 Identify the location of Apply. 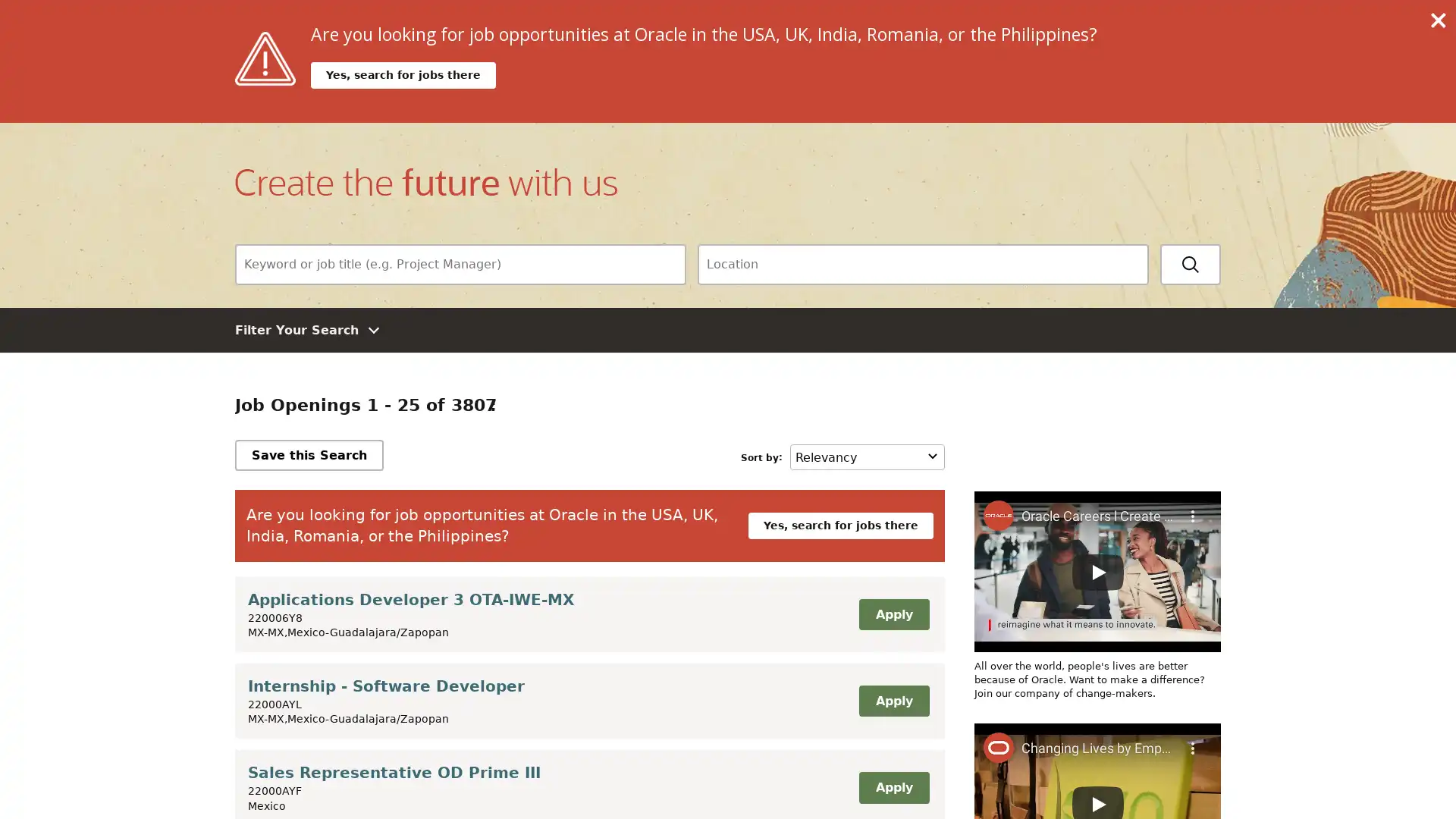
(894, 701).